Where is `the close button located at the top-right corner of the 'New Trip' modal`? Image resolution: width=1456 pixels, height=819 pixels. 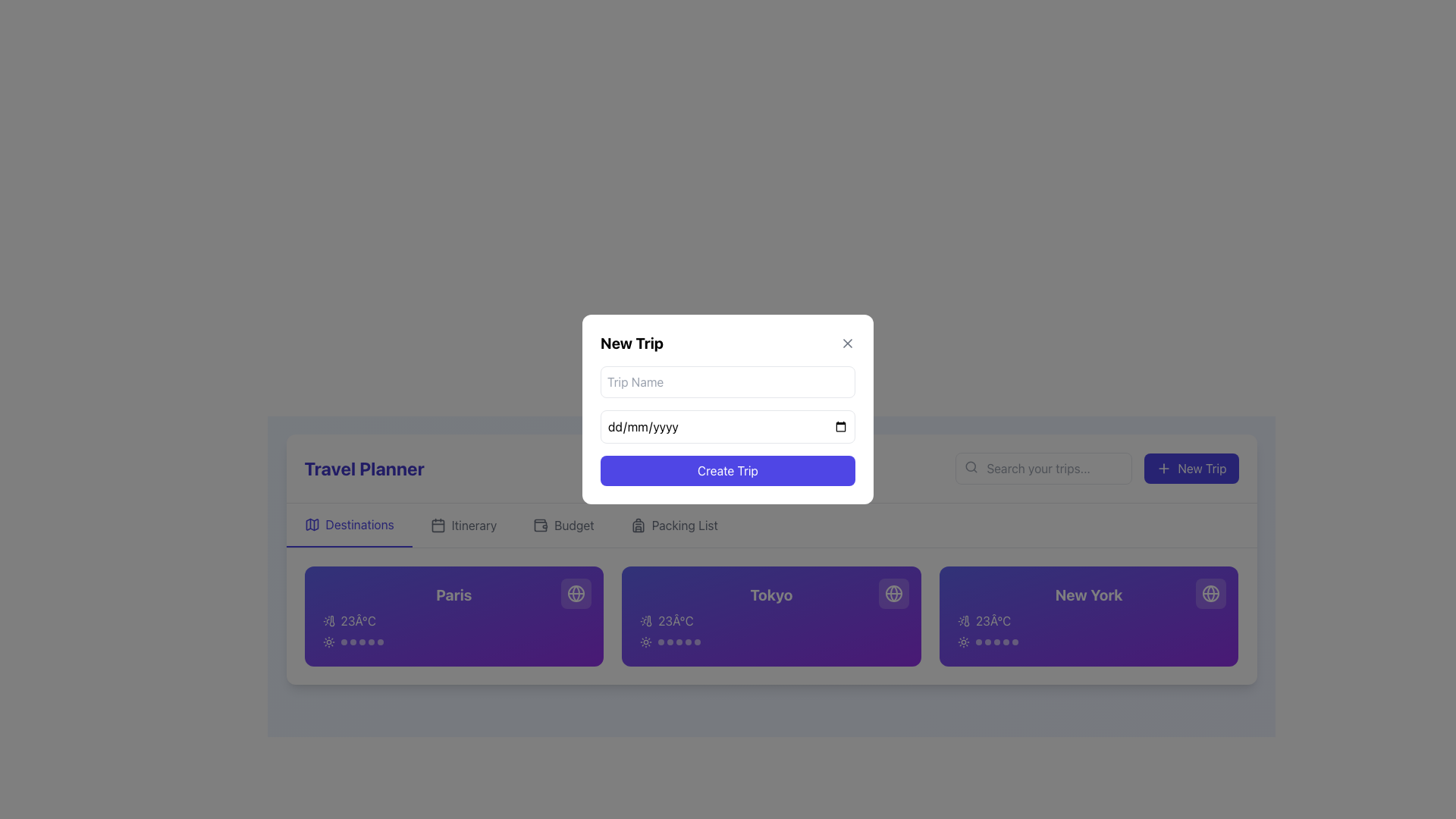 the close button located at the top-right corner of the 'New Trip' modal is located at coordinates (847, 343).